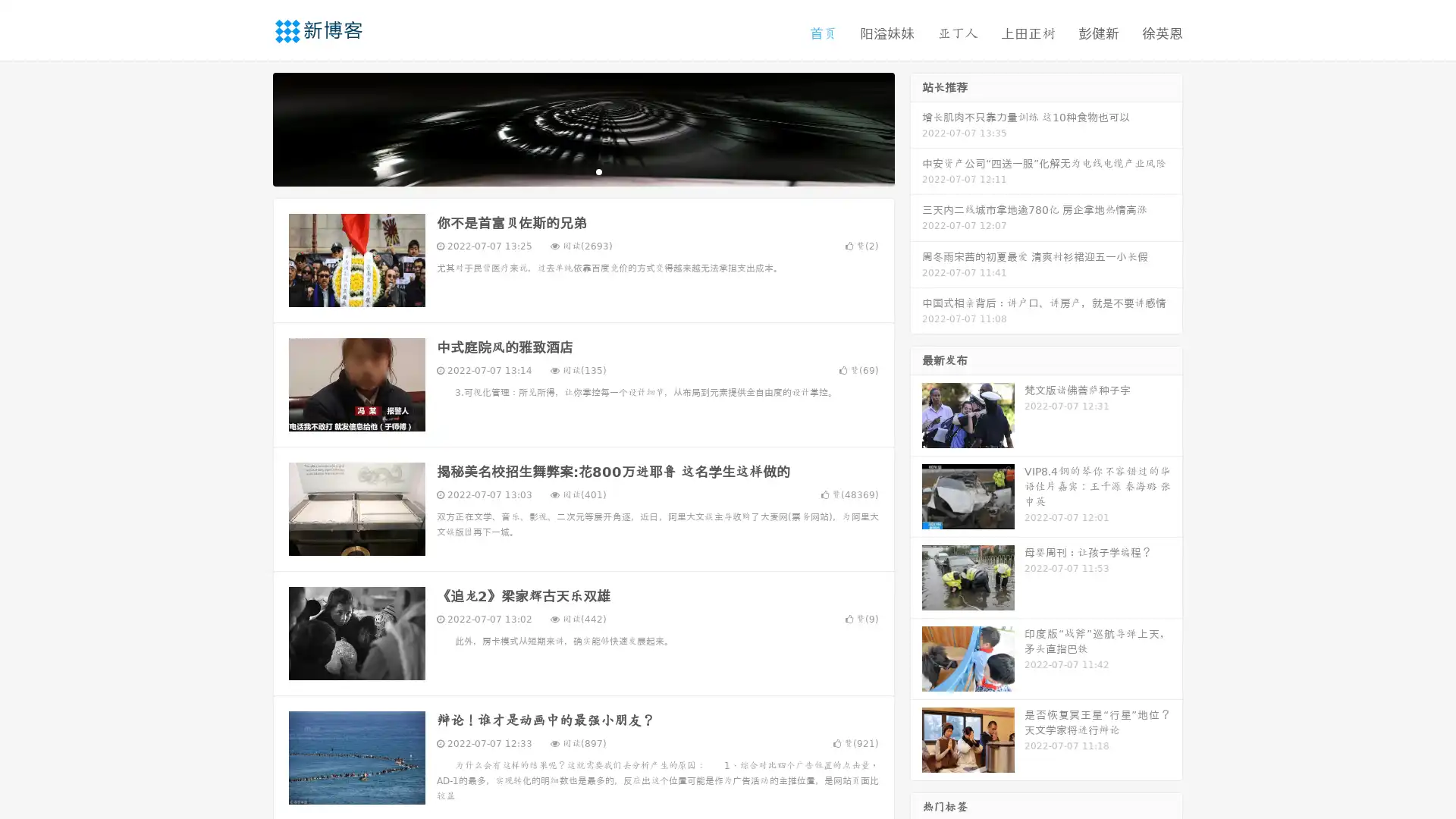  I want to click on Go to slide 2, so click(582, 171).